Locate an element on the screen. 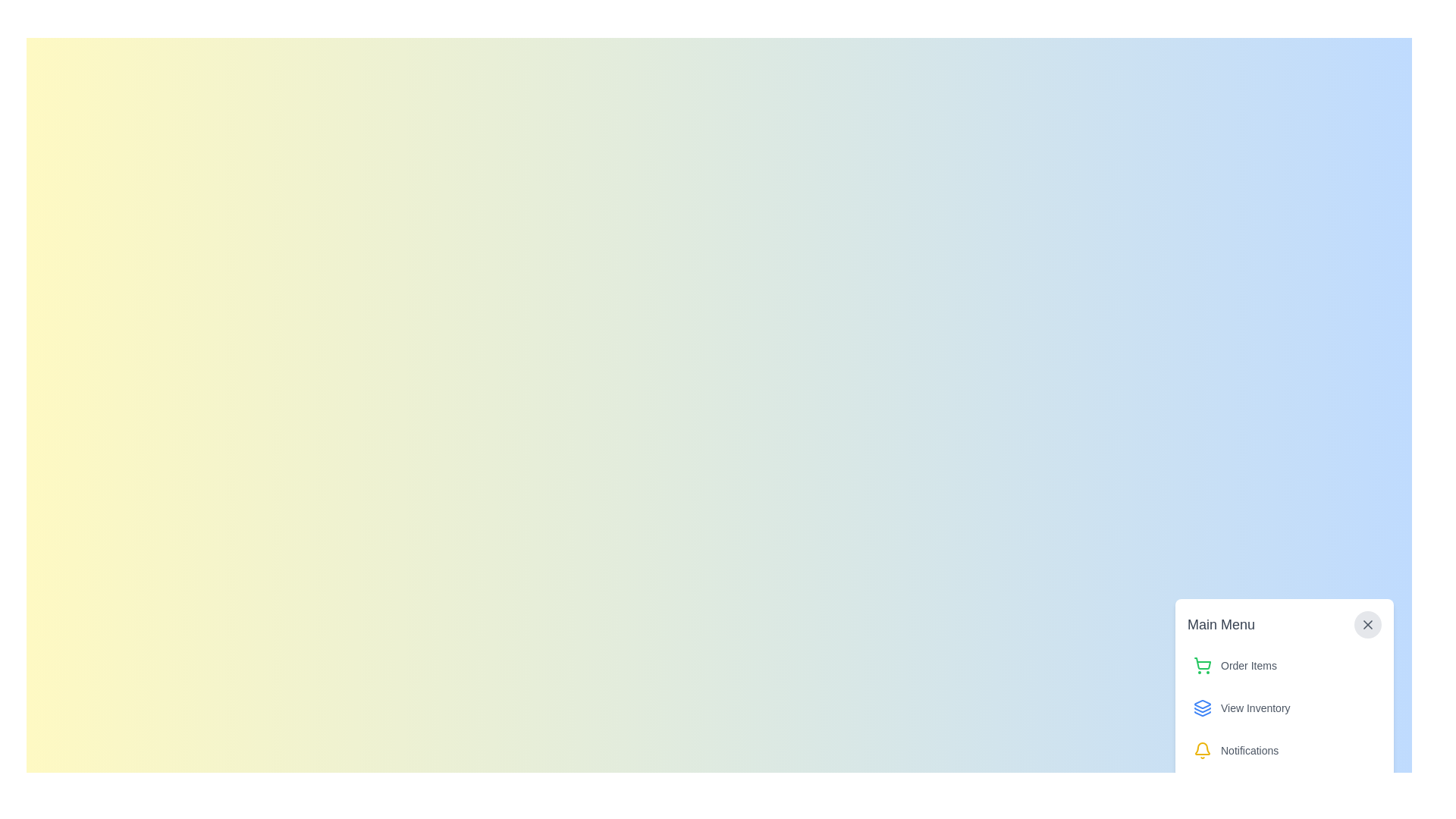 The image size is (1456, 819). the shopping cart icon is located at coordinates (1202, 663).